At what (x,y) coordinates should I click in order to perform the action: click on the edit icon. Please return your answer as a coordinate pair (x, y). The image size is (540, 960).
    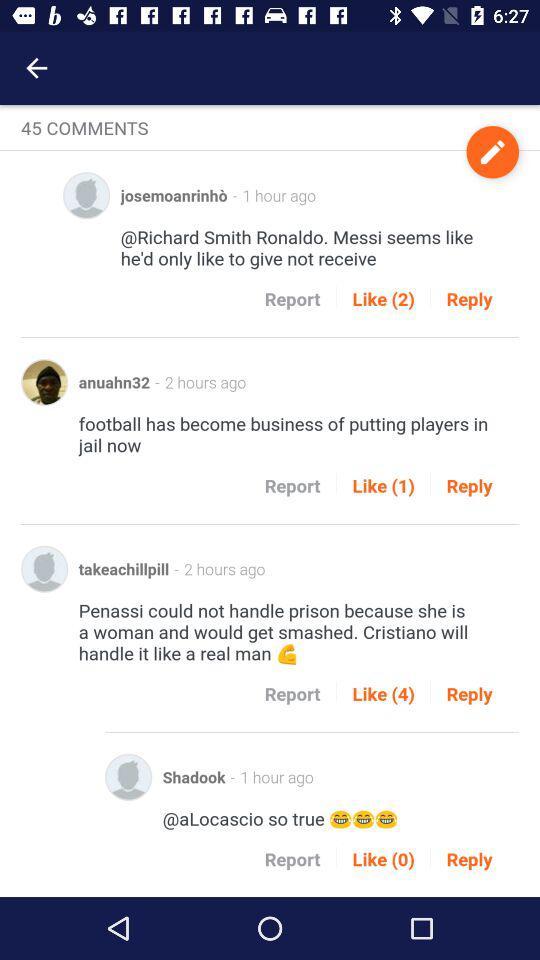
    Looking at the image, I should click on (491, 151).